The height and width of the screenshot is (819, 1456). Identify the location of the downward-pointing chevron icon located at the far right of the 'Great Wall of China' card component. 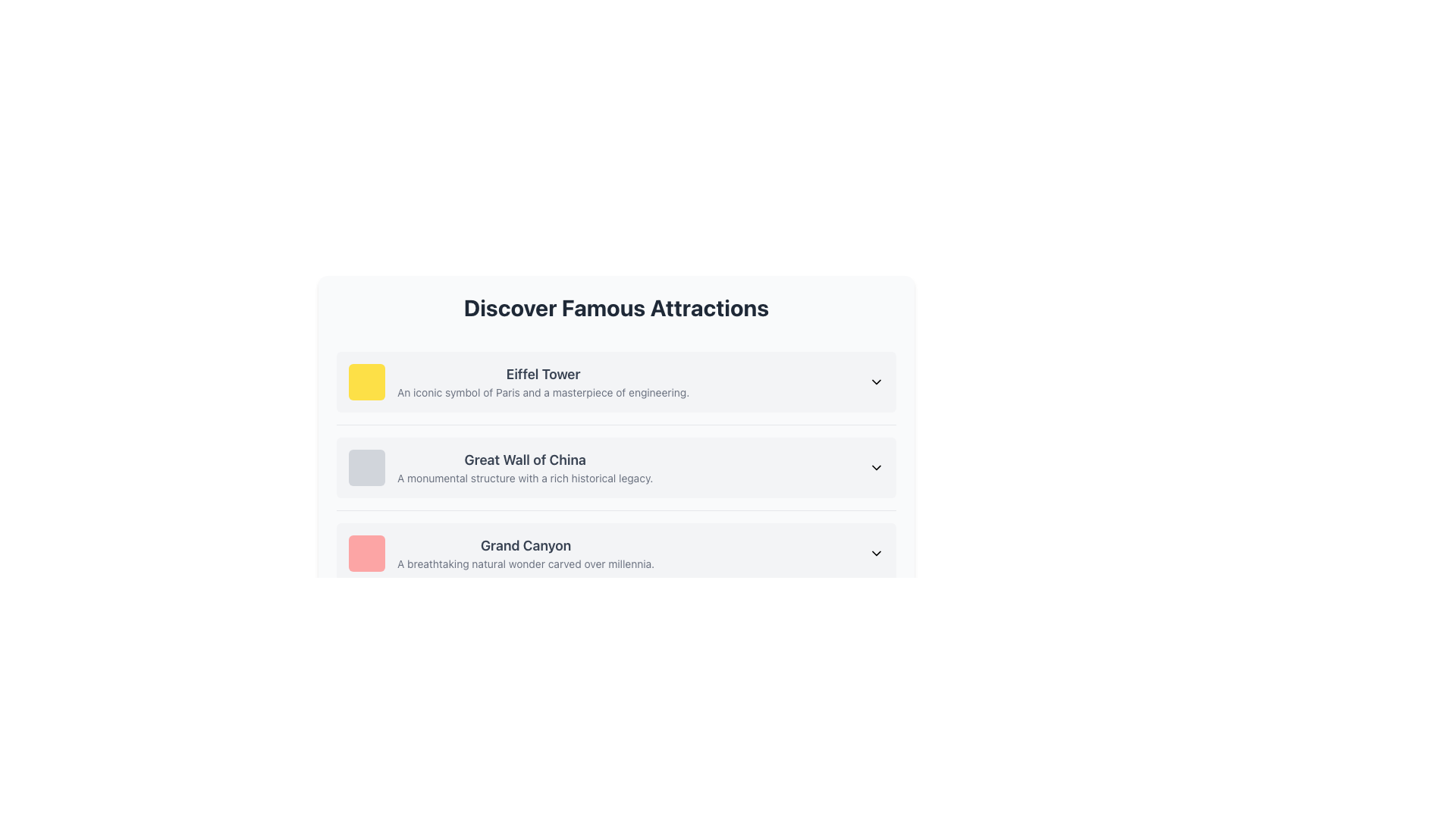
(877, 467).